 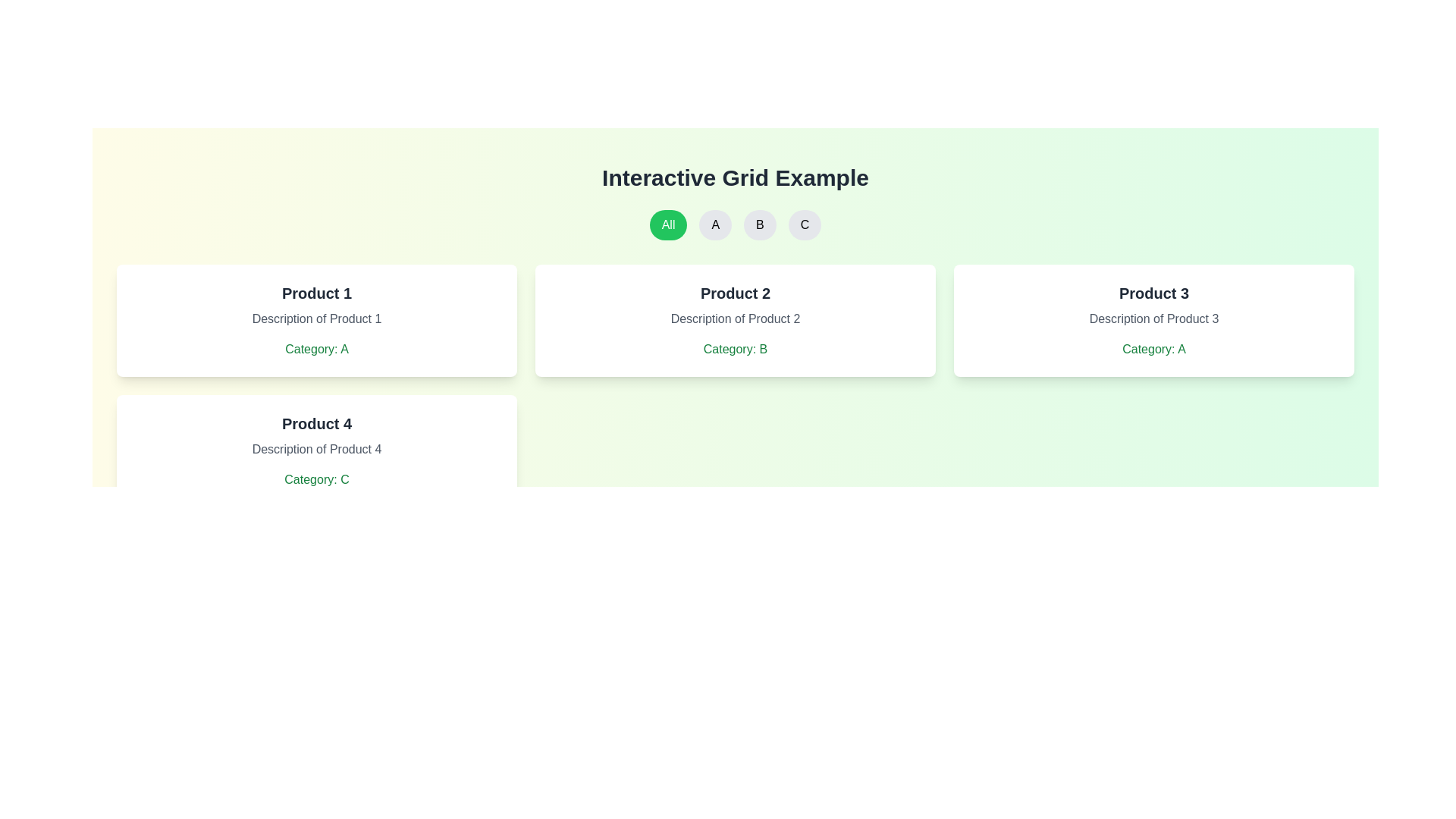 I want to click on the static text label that designates the category for 'Product 3', located at the bottom of the product card, so click(x=1153, y=350).